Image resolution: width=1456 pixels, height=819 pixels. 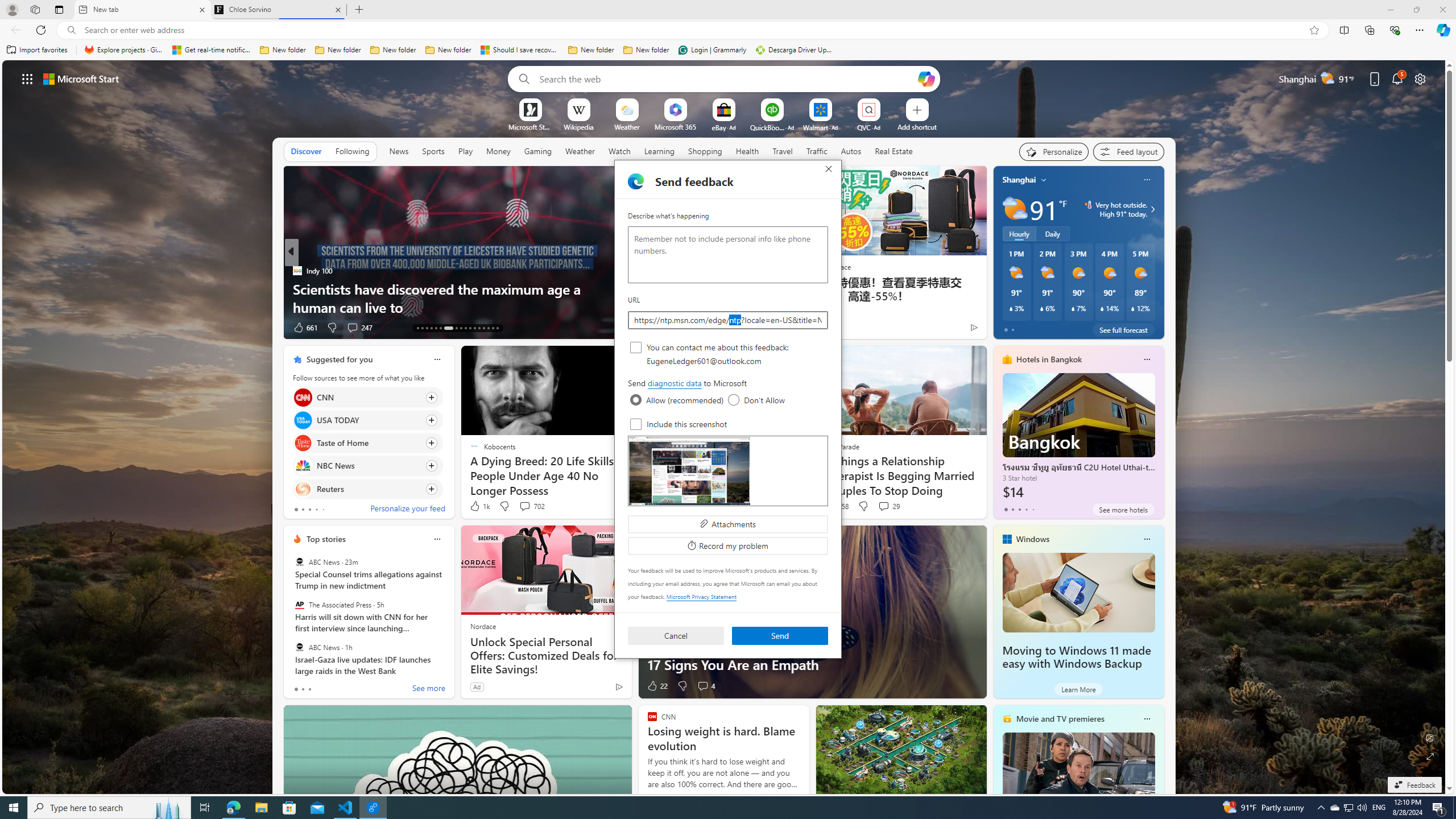 What do you see at coordinates (816, 151) in the screenshot?
I see `'Traffic'` at bounding box center [816, 151].